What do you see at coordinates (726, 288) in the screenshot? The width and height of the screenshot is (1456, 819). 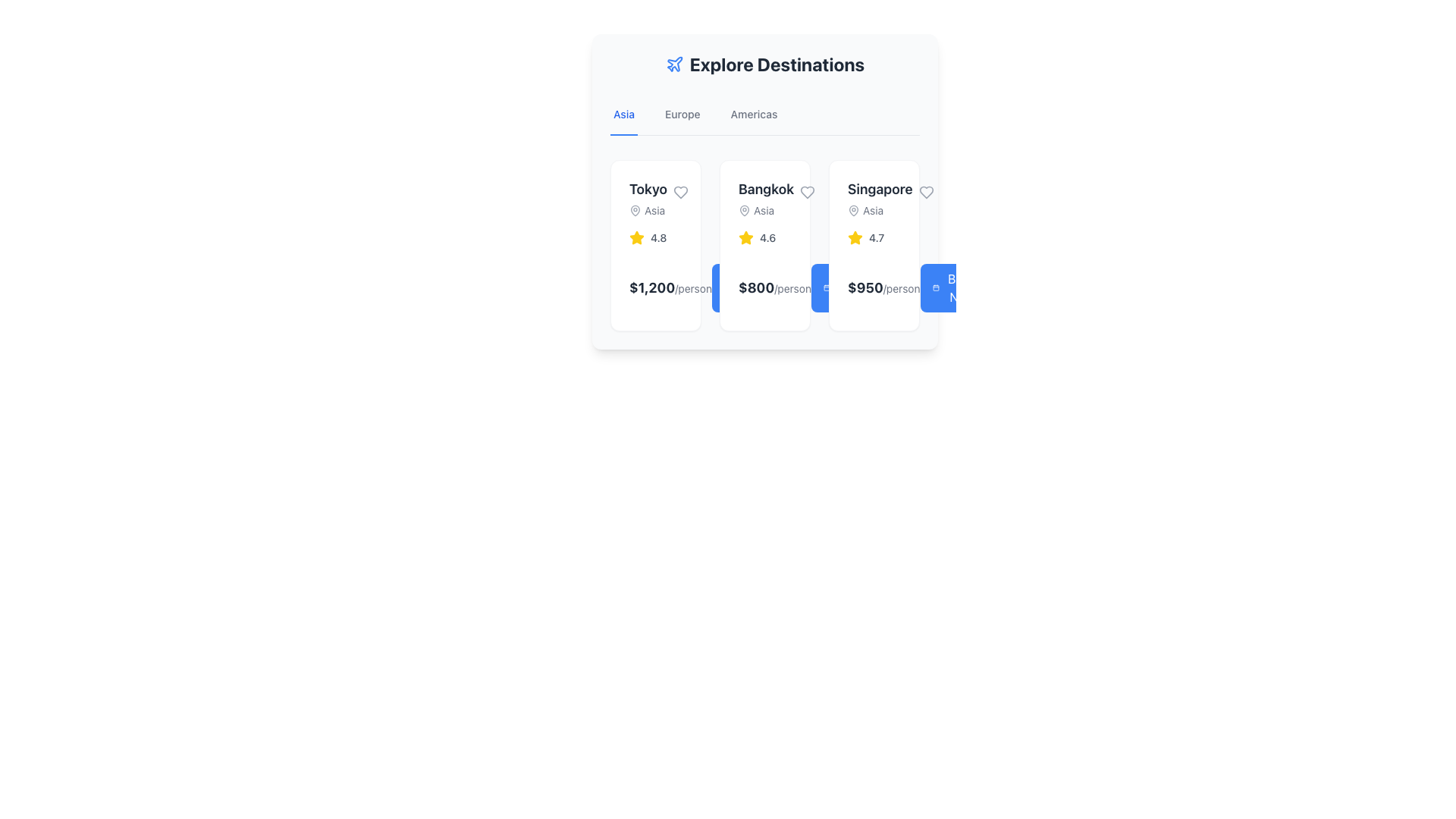 I see `the 'Book Now' button that contains the calendar icon, which is positioned to the left of the button text` at bounding box center [726, 288].